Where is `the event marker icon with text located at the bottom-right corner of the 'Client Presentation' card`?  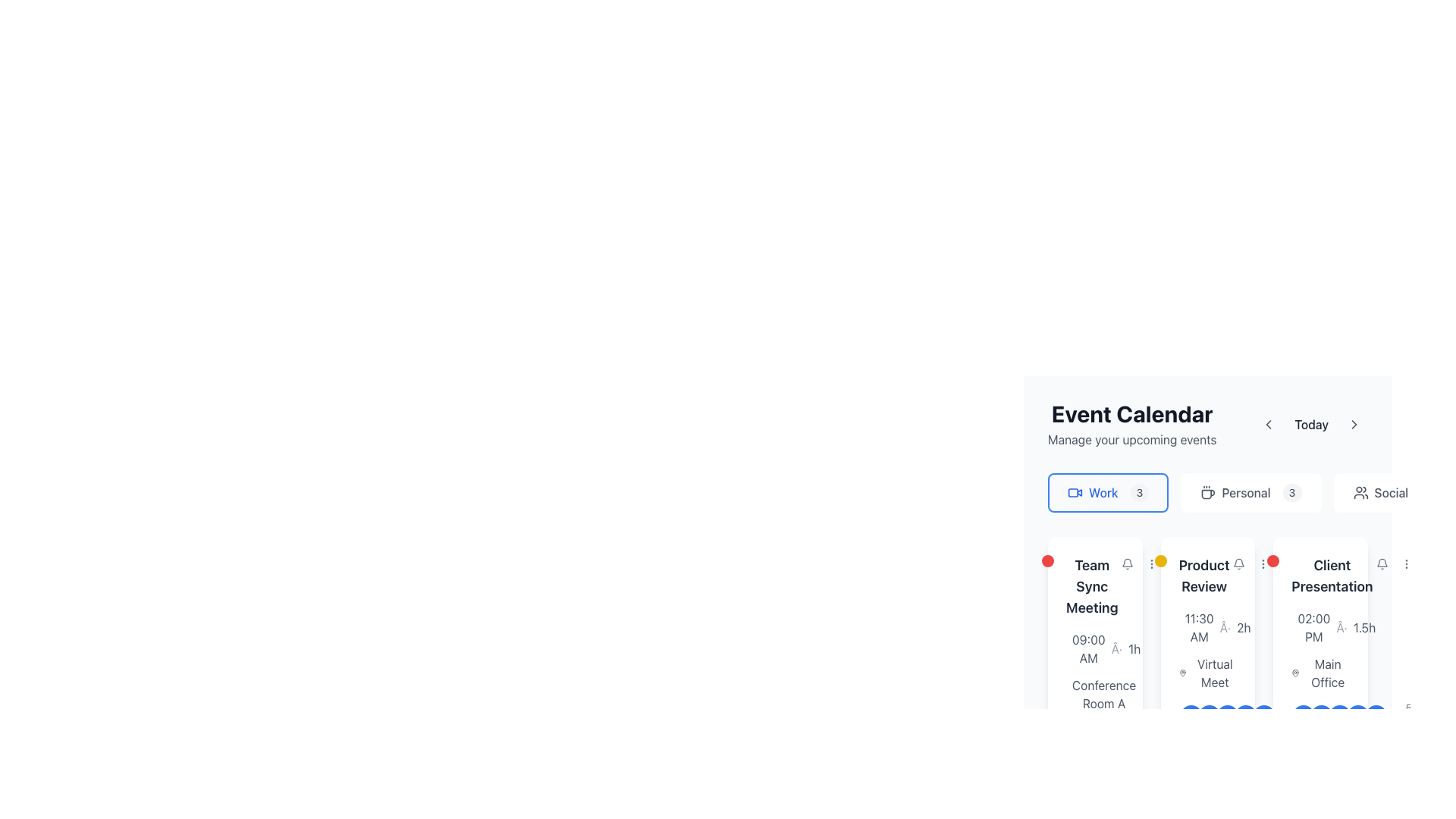 the event marker icon with text located at the bottom-right corner of the 'Client Presentation' card is located at coordinates (1340, 716).